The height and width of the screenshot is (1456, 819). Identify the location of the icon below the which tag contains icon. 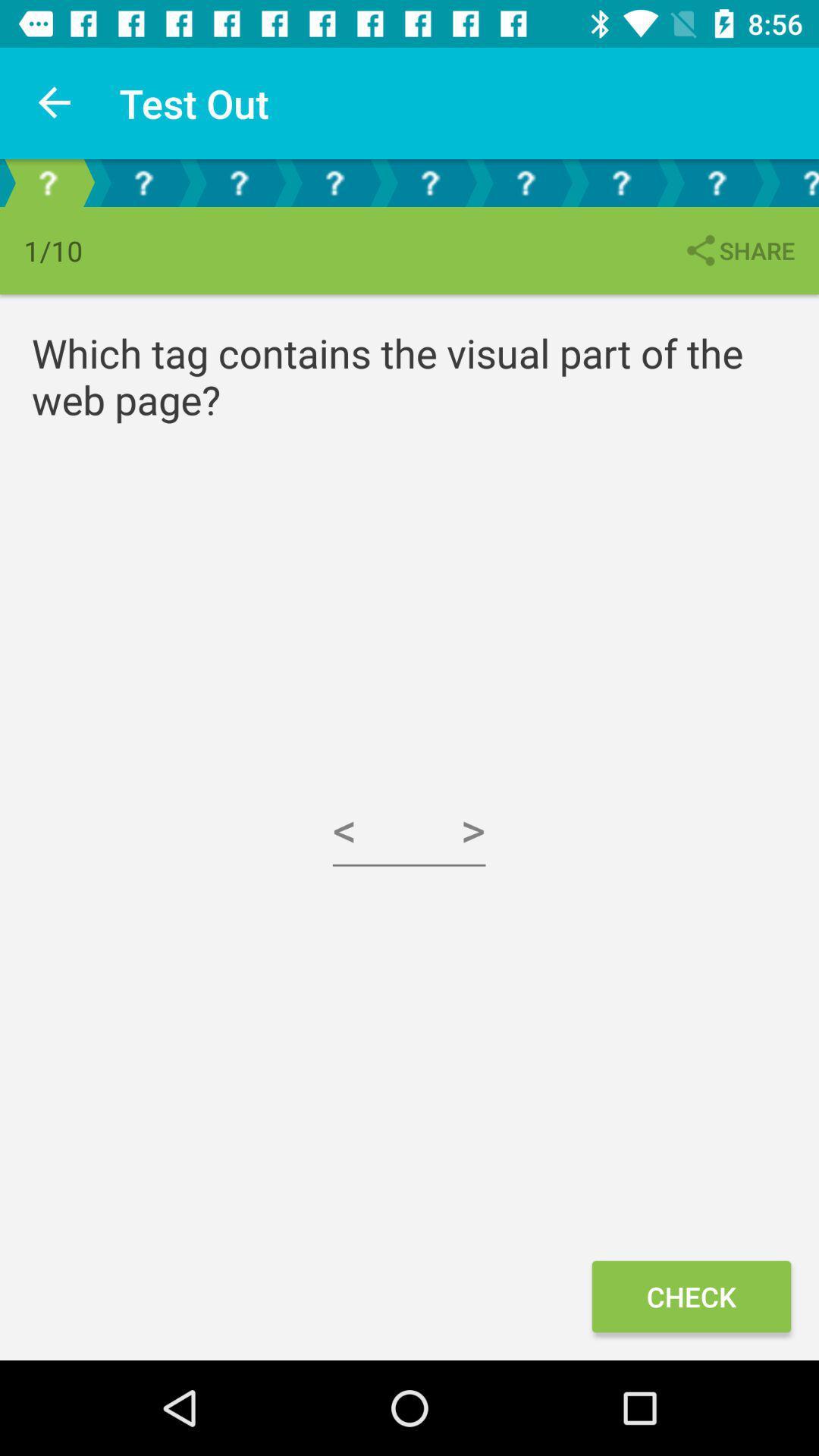
(691, 1295).